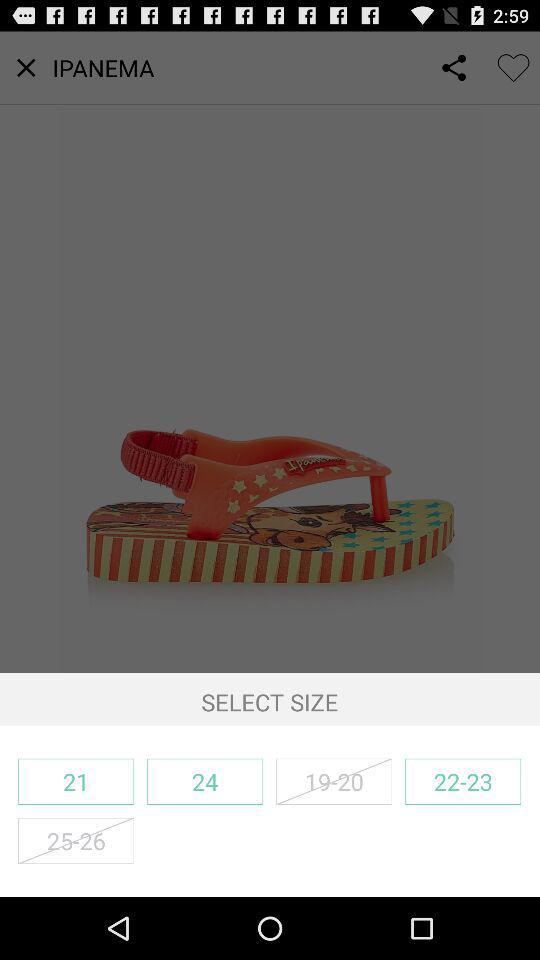 This screenshot has height=960, width=540. What do you see at coordinates (270, 352) in the screenshot?
I see `icon at the center` at bounding box center [270, 352].